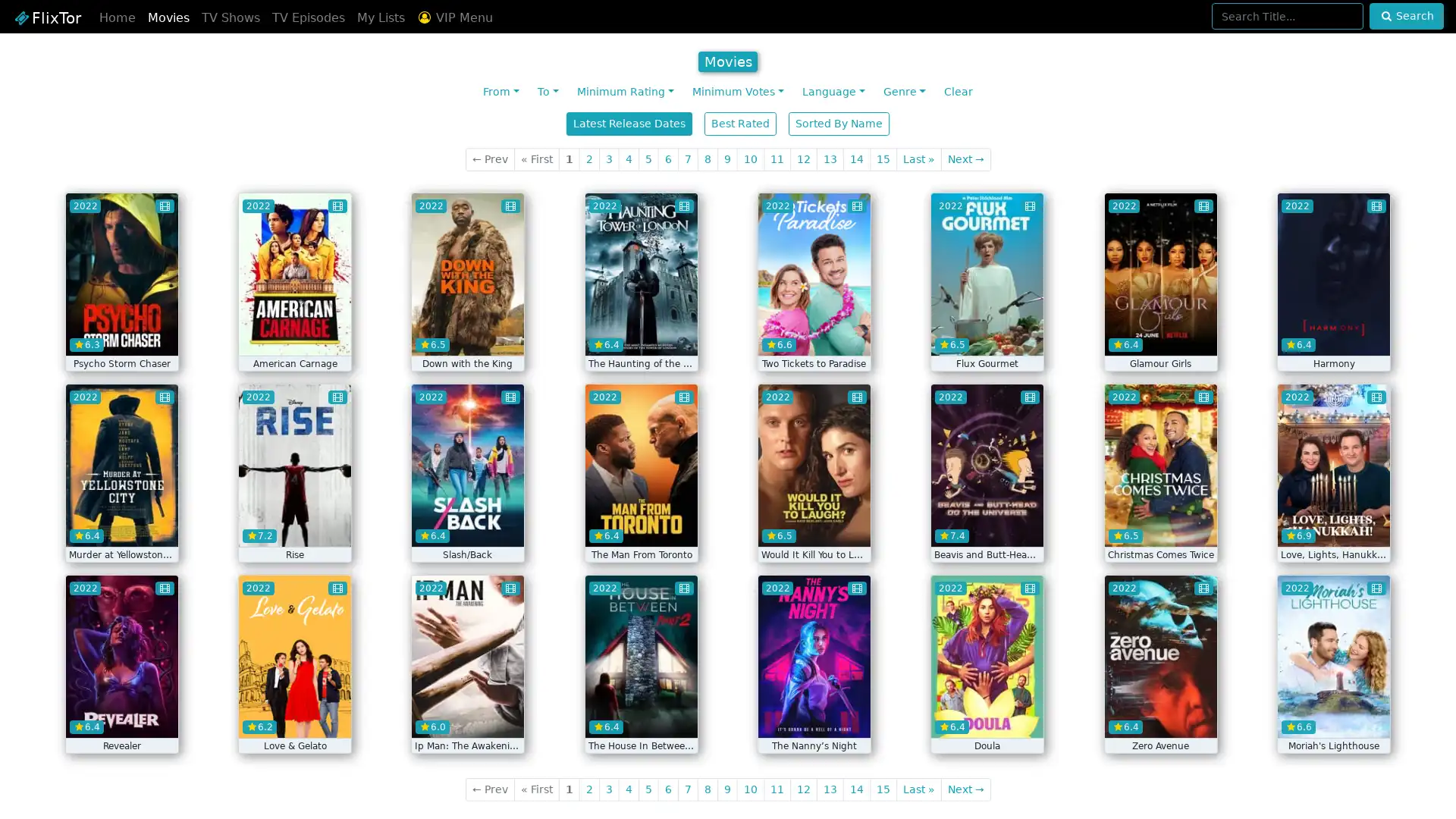 This screenshot has height=819, width=1456. What do you see at coordinates (1332, 332) in the screenshot?
I see `Watch Now` at bounding box center [1332, 332].